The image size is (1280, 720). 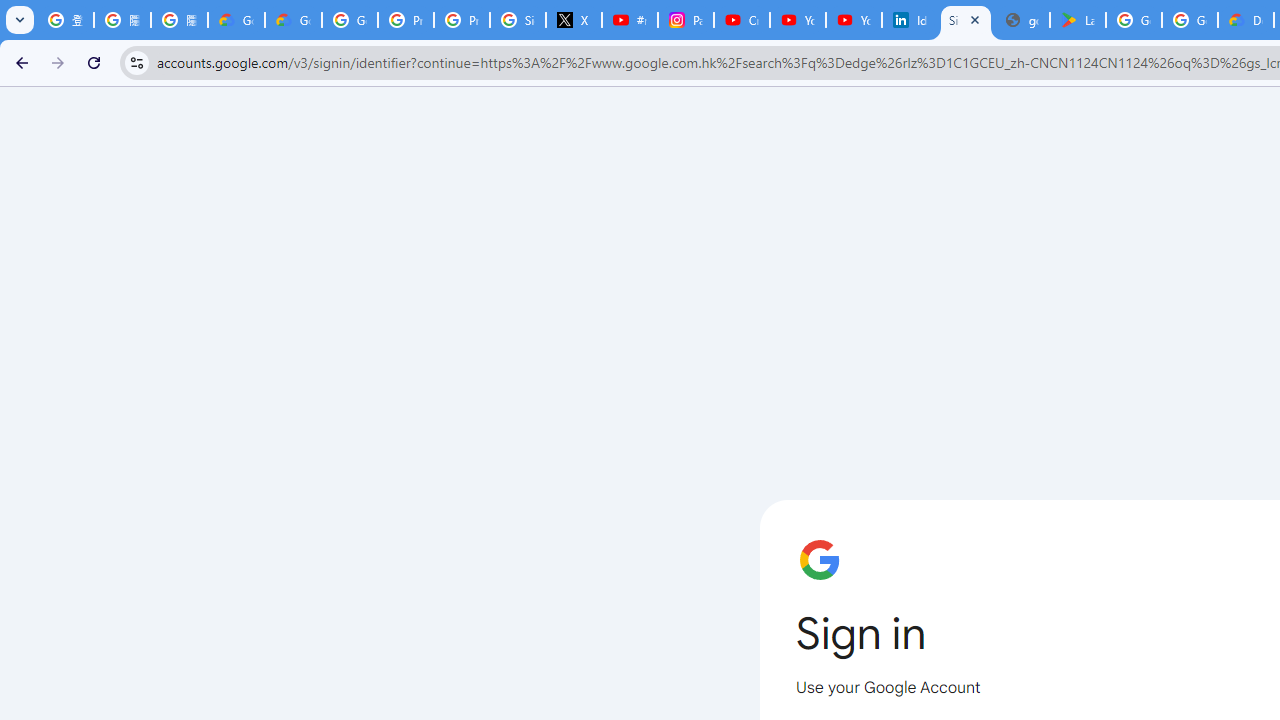 I want to click on 'X', so click(x=573, y=20).